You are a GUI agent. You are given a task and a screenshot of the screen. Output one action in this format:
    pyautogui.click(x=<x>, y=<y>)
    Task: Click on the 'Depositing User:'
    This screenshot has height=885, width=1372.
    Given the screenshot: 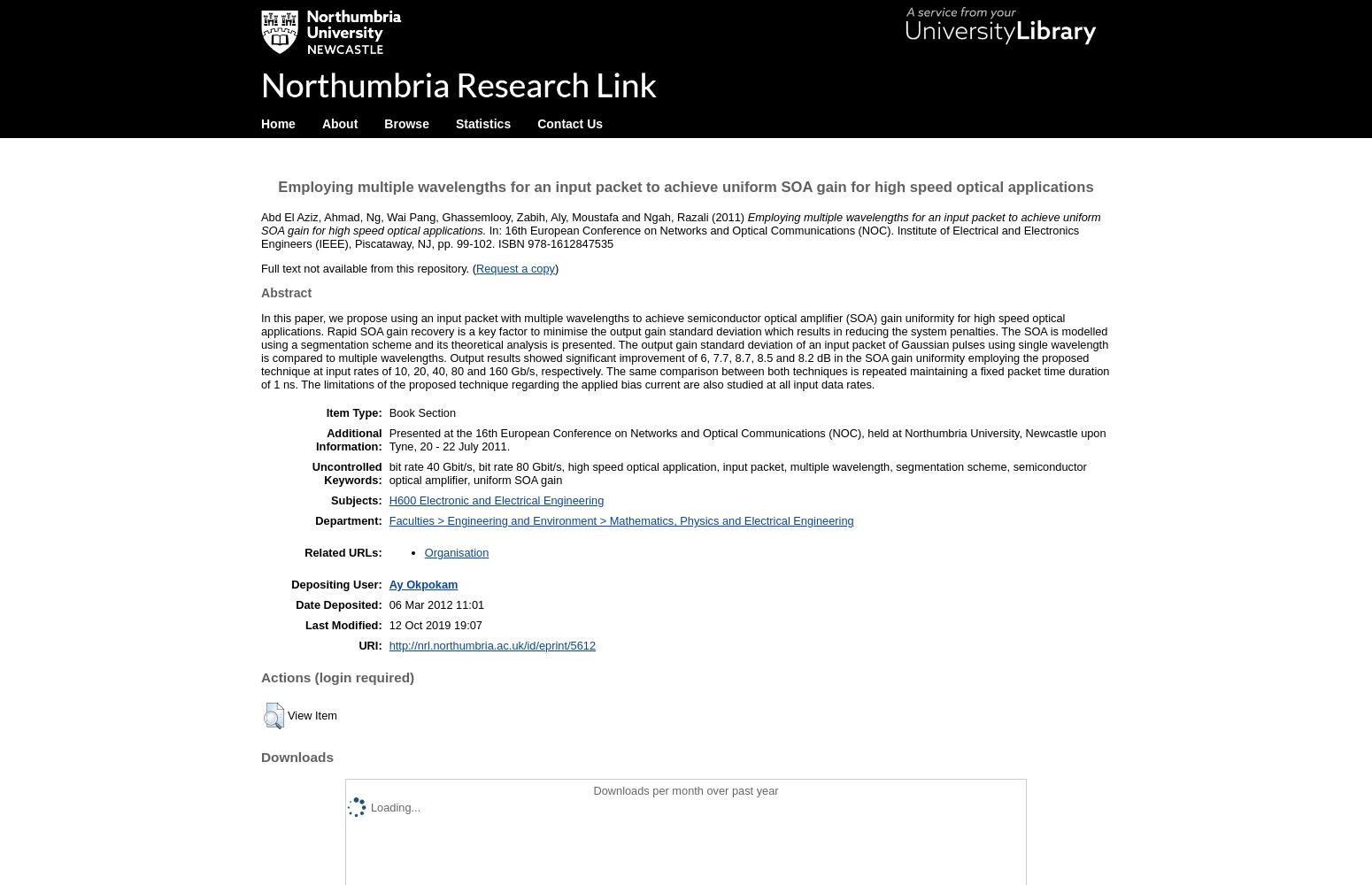 What is the action you would take?
    pyautogui.click(x=335, y=583)
    